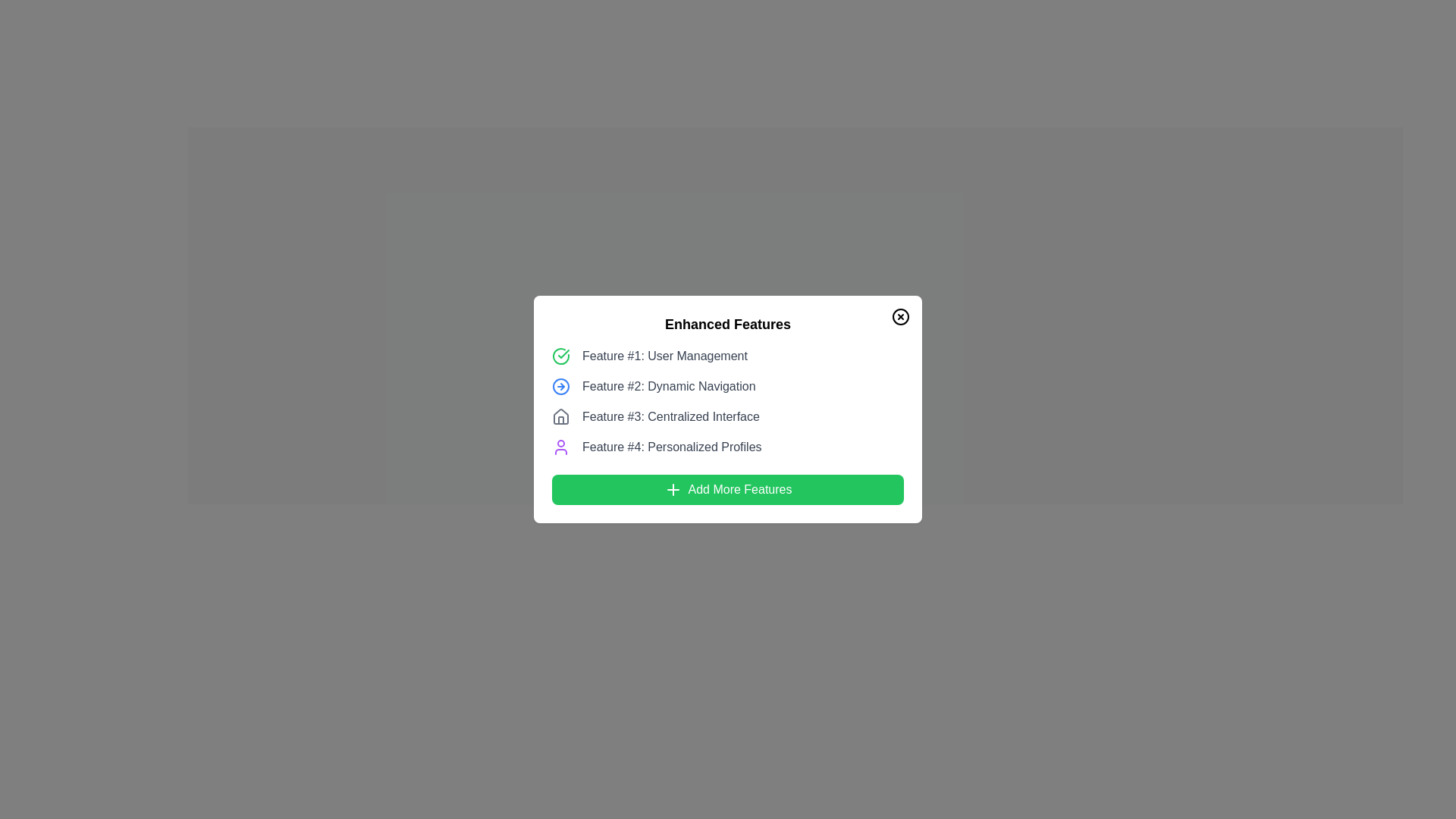  What do you see at coordinates (560, 385) in the screenshot?
I see `the SVG circle component of the icon representing 'Feature #2: Dynamic Navigation', which is adjacent to the text` at bounding box center [560, 385].